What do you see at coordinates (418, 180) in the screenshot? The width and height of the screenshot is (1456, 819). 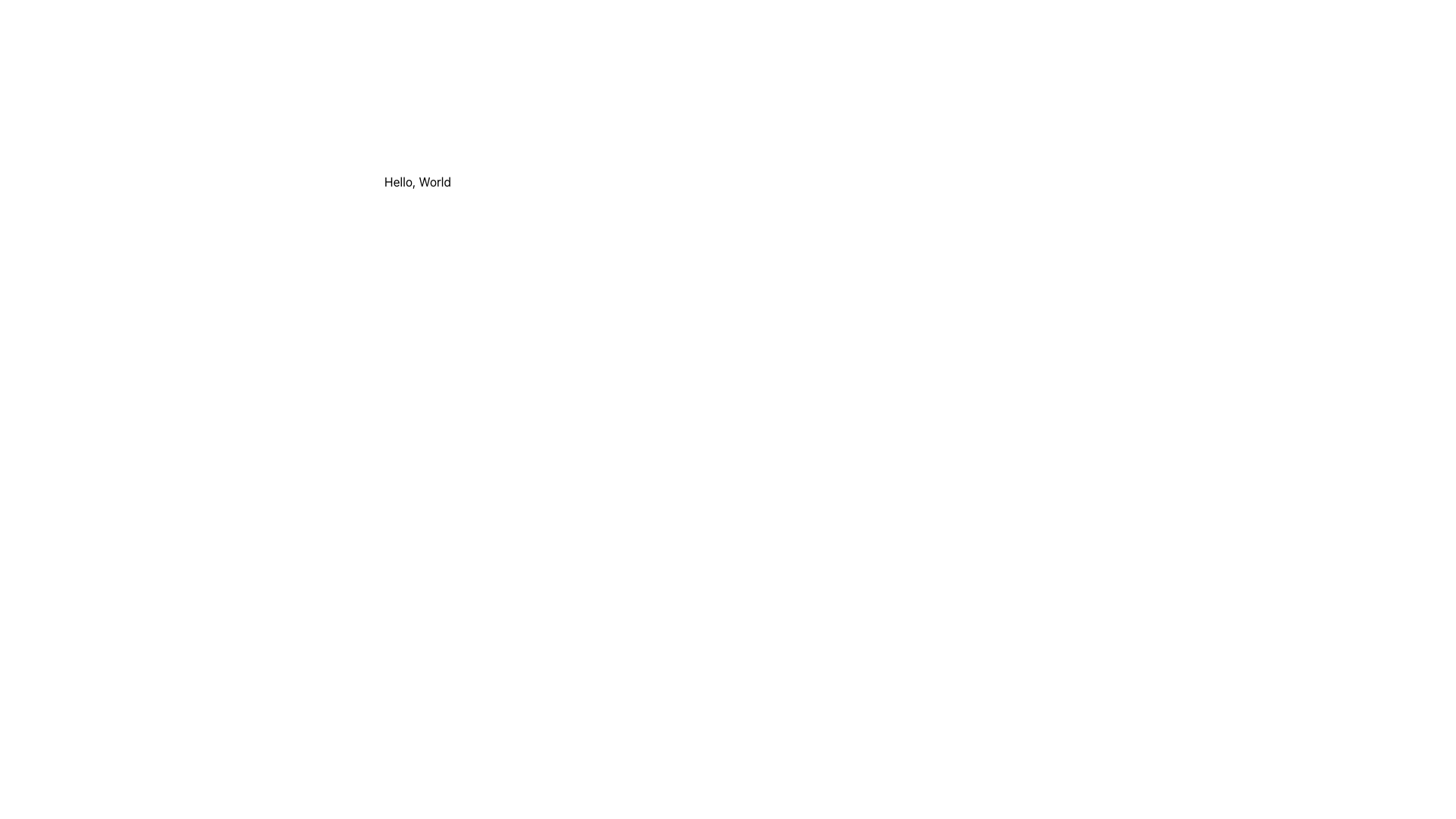 I see `the Text Label displaying 'Hello, World', which is styled in regular typography and positioned within a minimalist interface` at bounding box center [418, 180].